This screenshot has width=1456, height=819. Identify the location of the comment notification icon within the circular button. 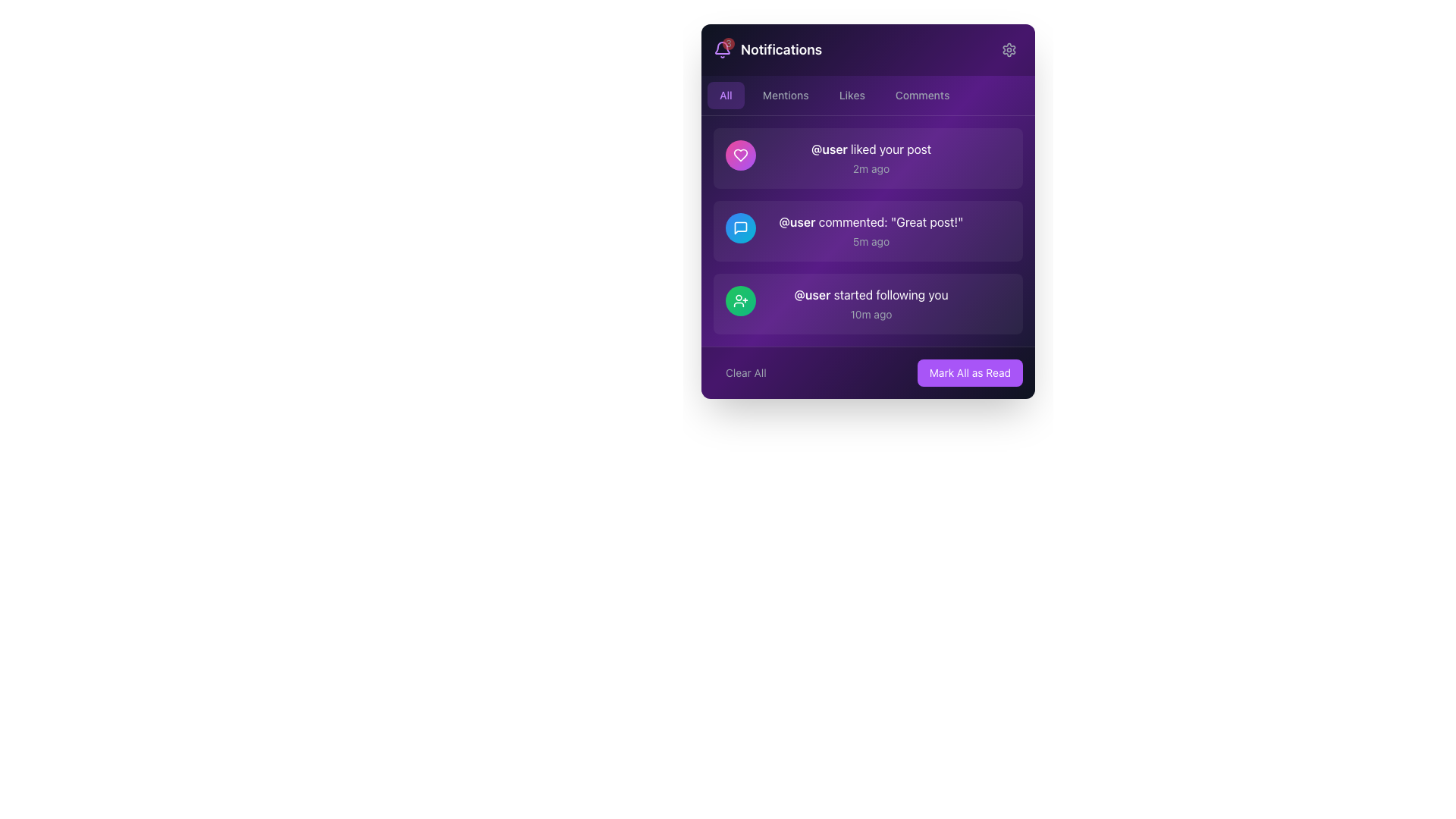
(741, 227).